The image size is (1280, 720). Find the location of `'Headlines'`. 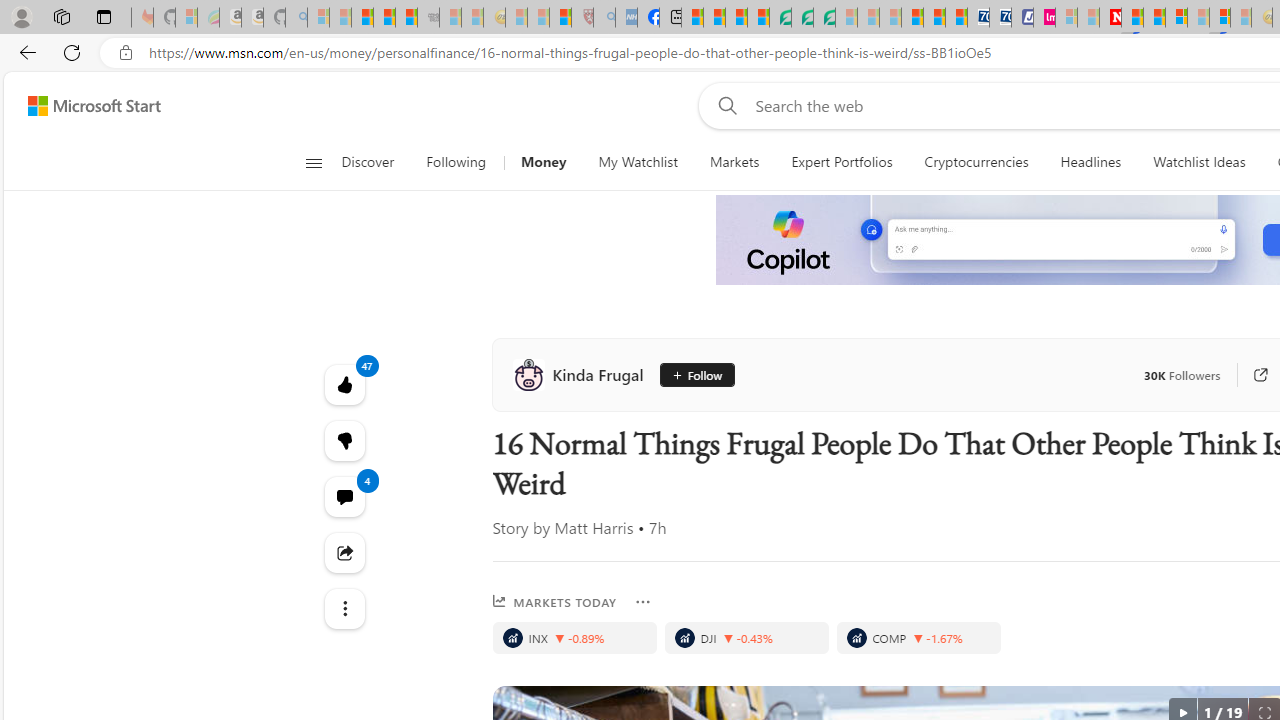

'Headlines' is located at coordinates (1090, 162).